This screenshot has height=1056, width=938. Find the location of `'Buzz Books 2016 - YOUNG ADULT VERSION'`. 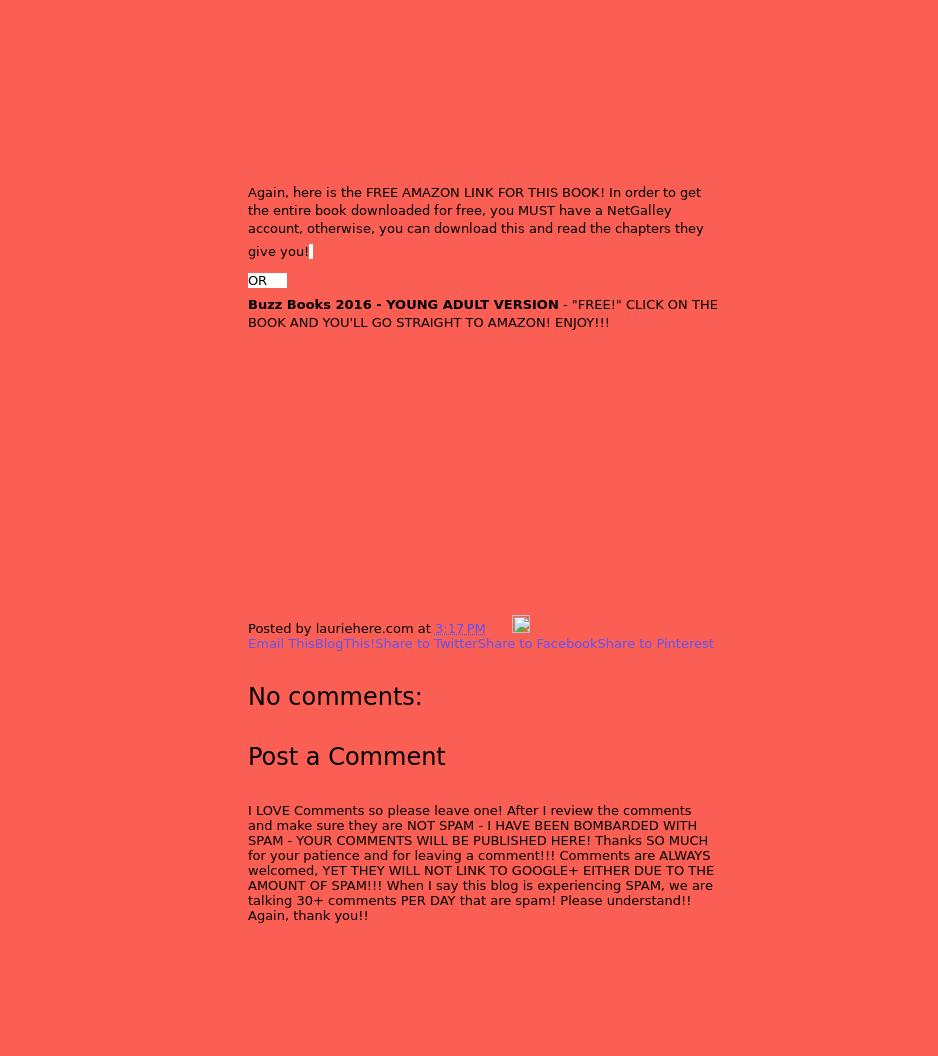

'Buzz Books 2016 - YOUNG ADULT VERSION' is located at coordinates (402, 303).